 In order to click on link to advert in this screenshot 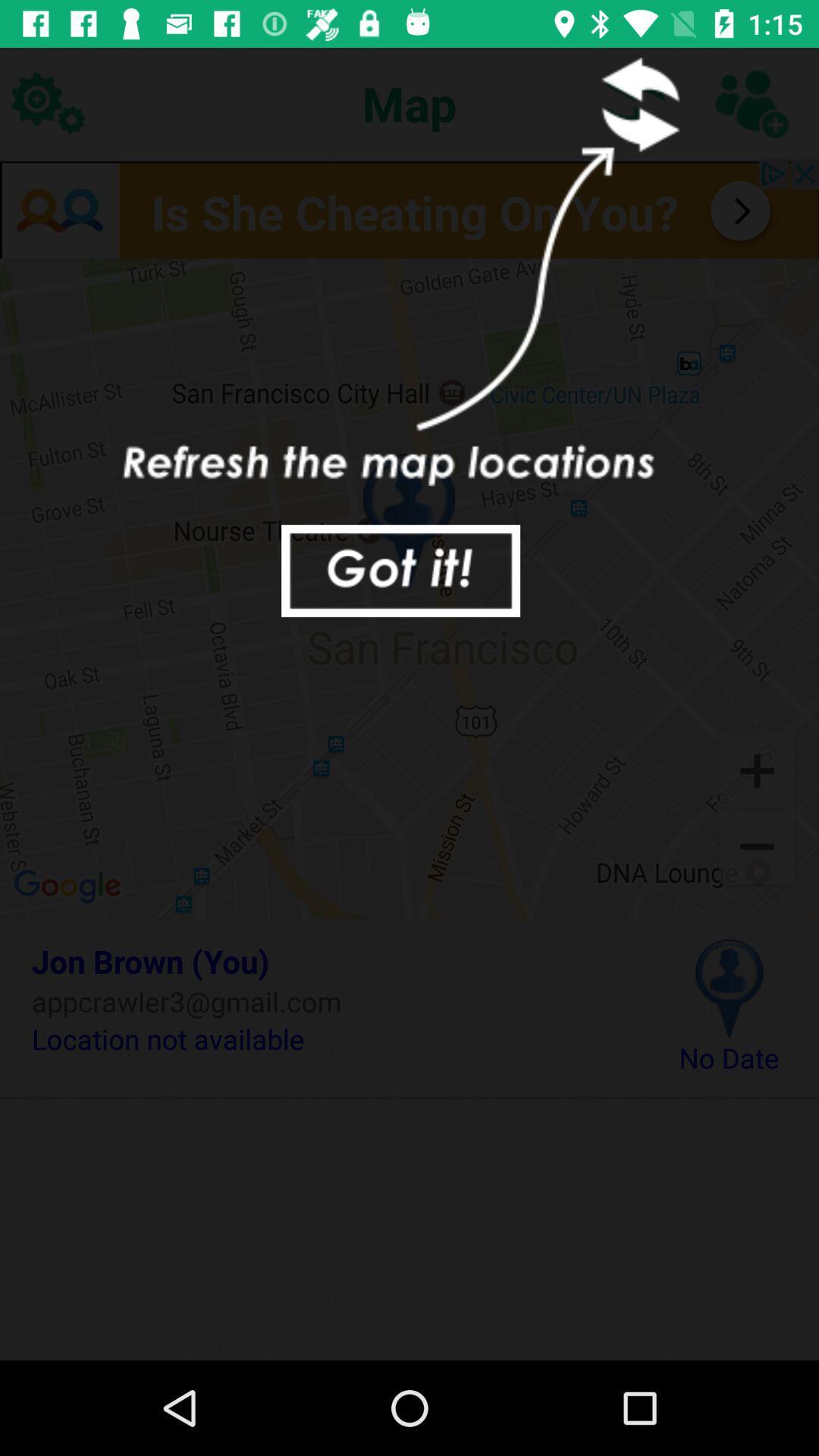, I will do `click(409, 208)`.